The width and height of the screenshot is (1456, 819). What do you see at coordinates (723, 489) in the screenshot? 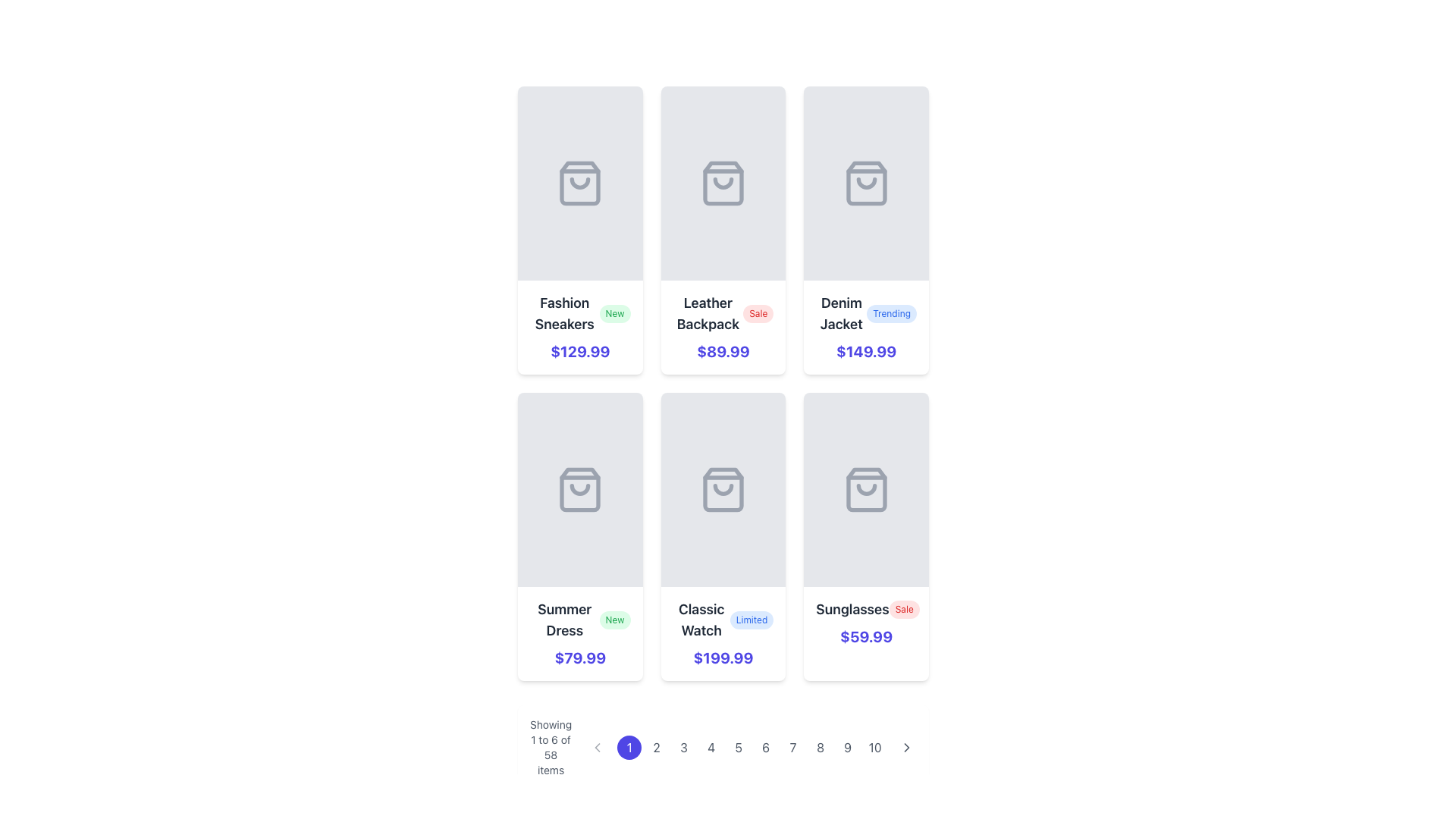
I see `the shopping bag icon in the 'Classic Watch' card, which is visually represented as an SVG graphic with a curved bottom line and minimalistic design, located in the second row, center column of the grid layout` at bounding box center [723, 489].